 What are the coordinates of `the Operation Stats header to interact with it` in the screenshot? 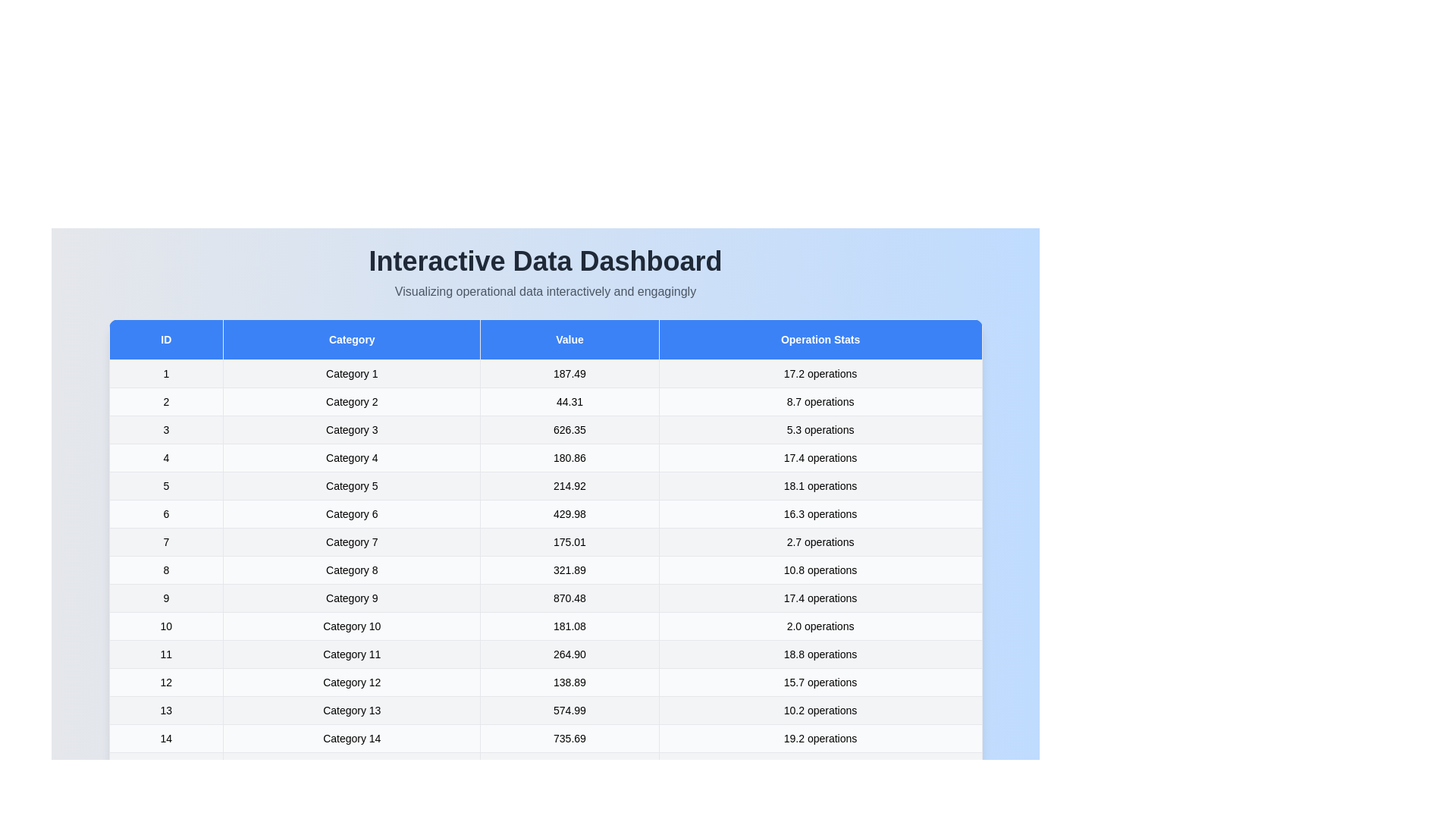 It's located at (820, 338).